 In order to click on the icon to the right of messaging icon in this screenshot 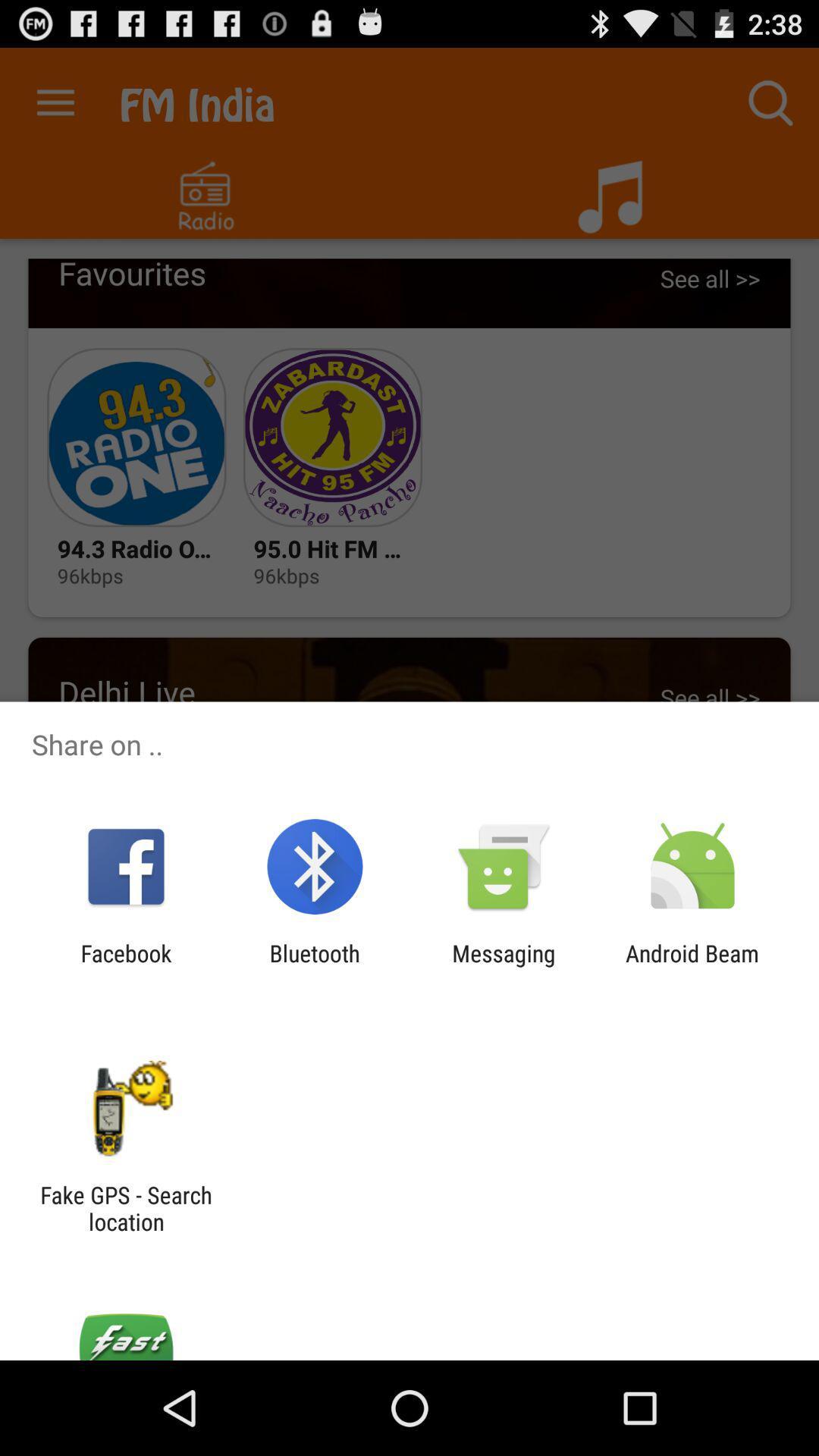, I will do `click(692, 966)`.